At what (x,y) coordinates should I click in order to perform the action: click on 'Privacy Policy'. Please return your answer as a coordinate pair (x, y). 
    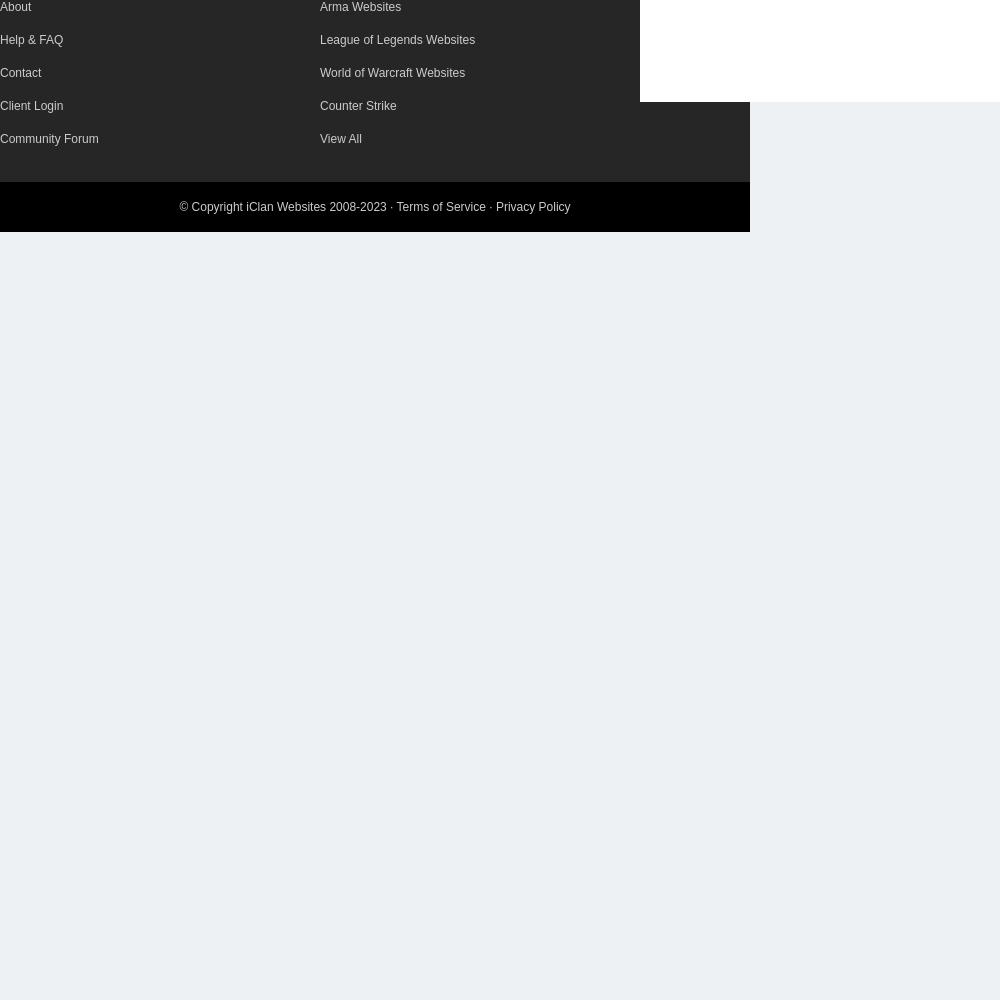
    Looking at the image, I should click on (494, 206).